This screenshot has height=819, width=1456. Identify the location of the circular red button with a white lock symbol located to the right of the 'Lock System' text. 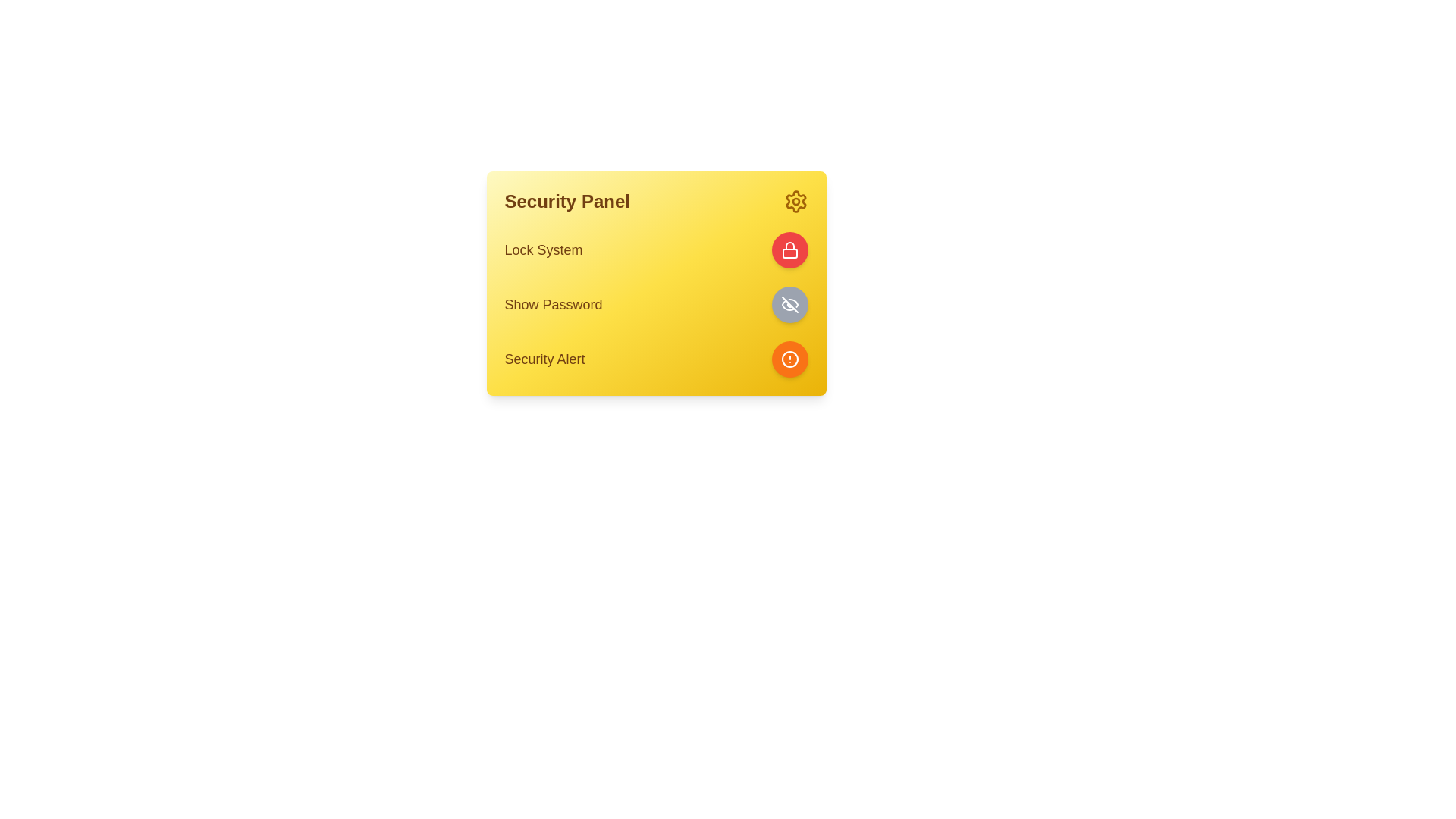
(789, 249).